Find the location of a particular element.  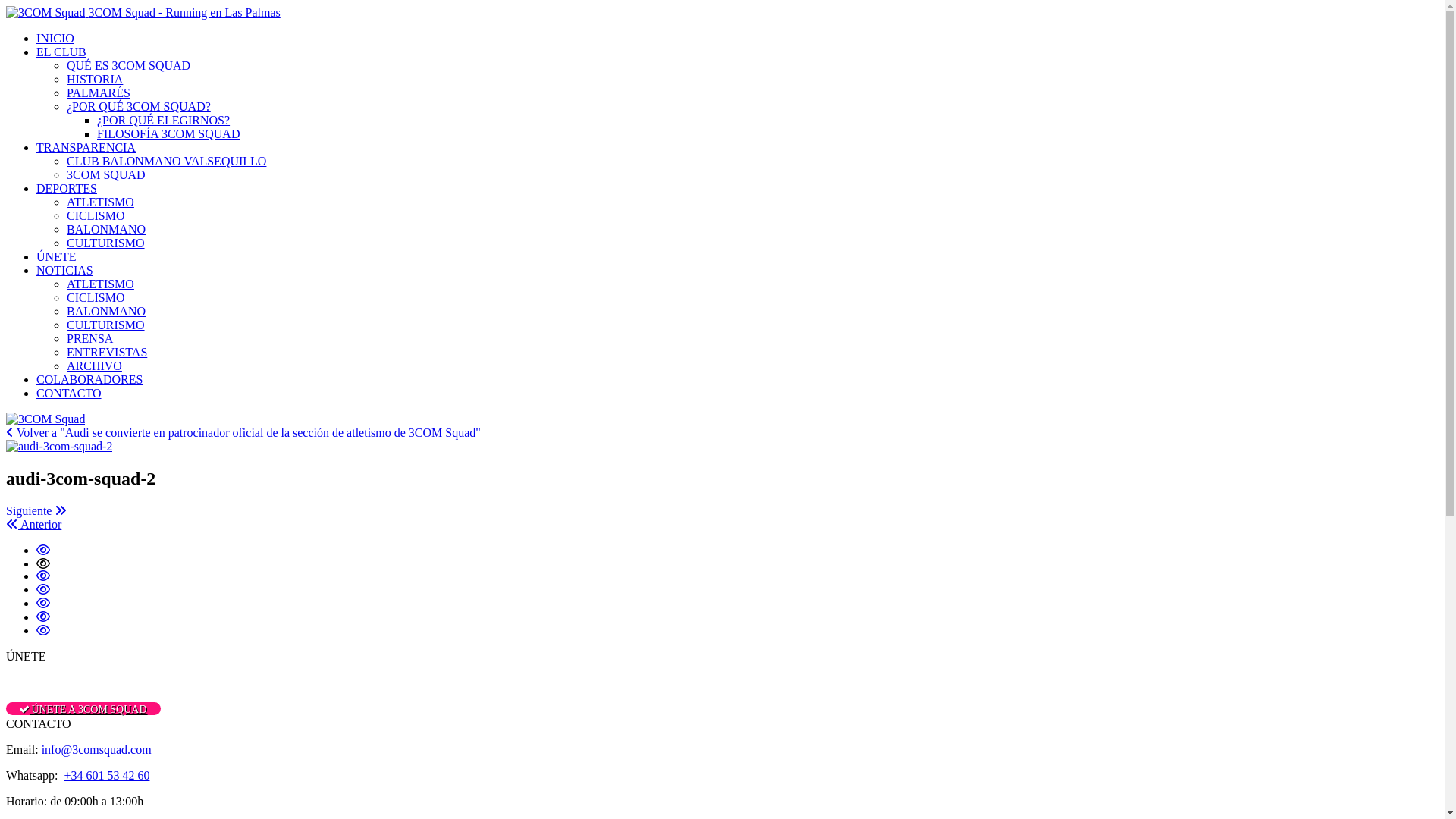

'CONTACTO' is located at coordinates (68, 392).